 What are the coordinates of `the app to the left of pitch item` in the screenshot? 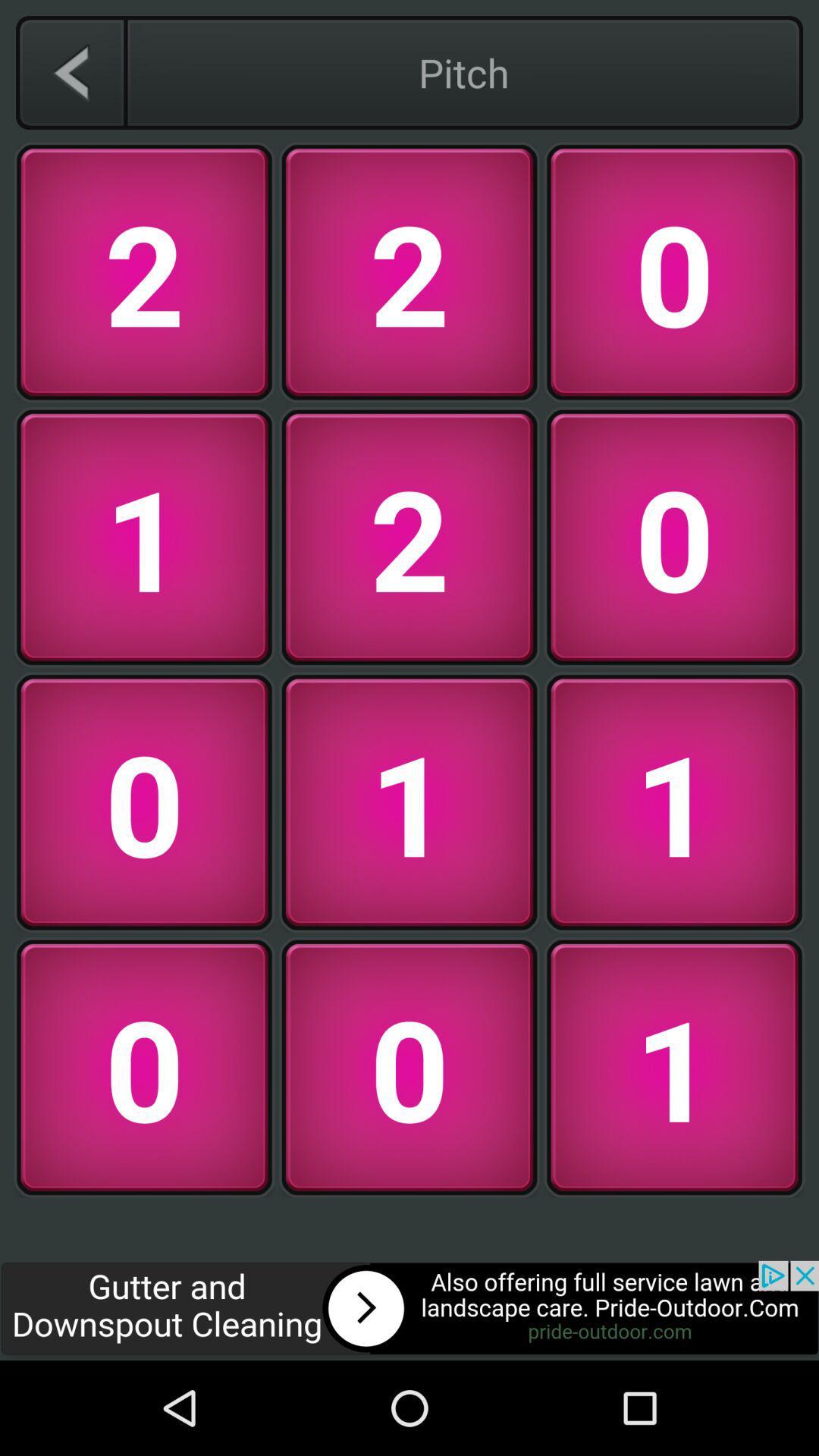 It's located at (71, 72).